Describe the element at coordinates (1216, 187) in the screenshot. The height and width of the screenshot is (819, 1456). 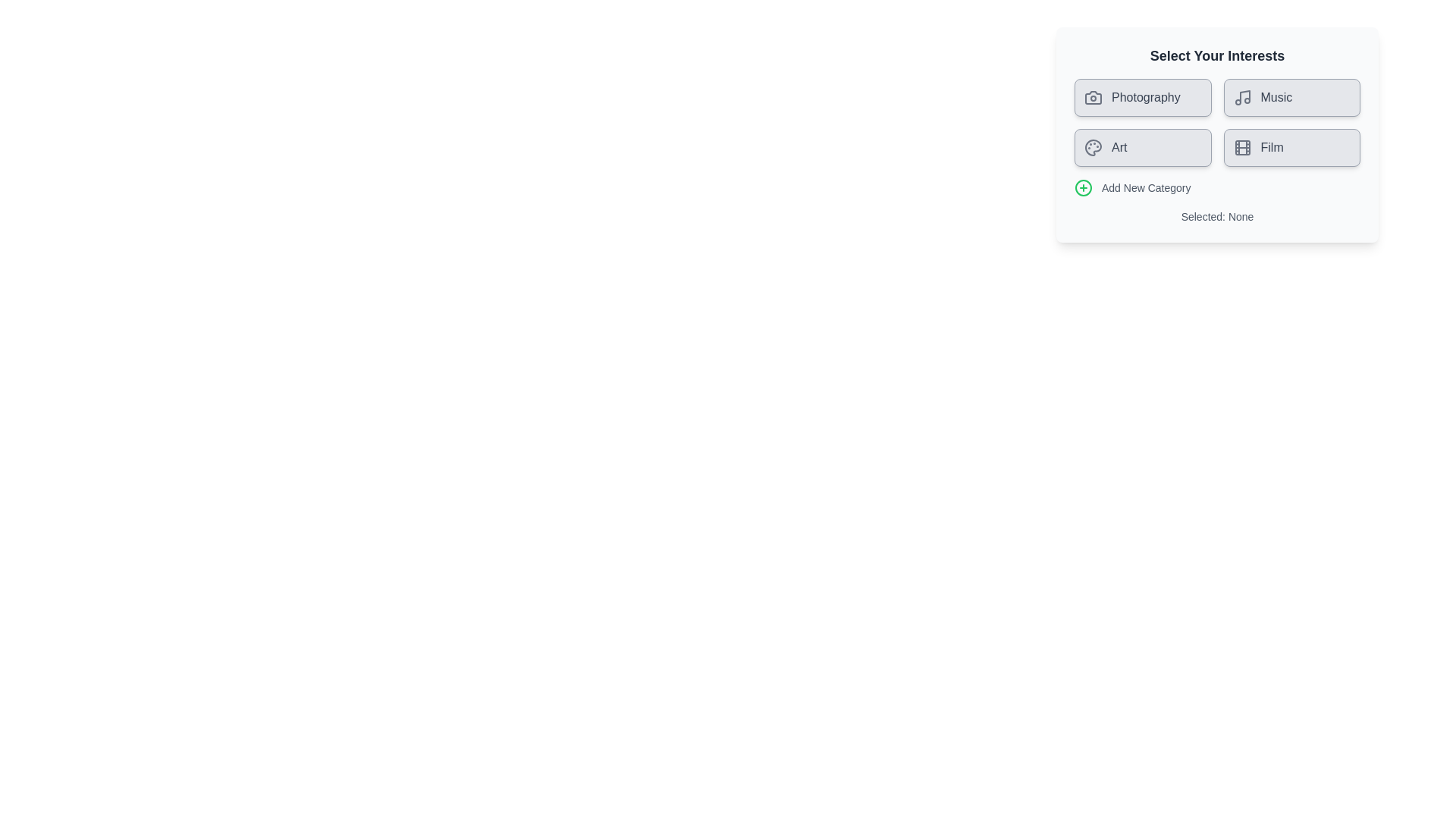
I see `the 'Add New Category' button` at that location.